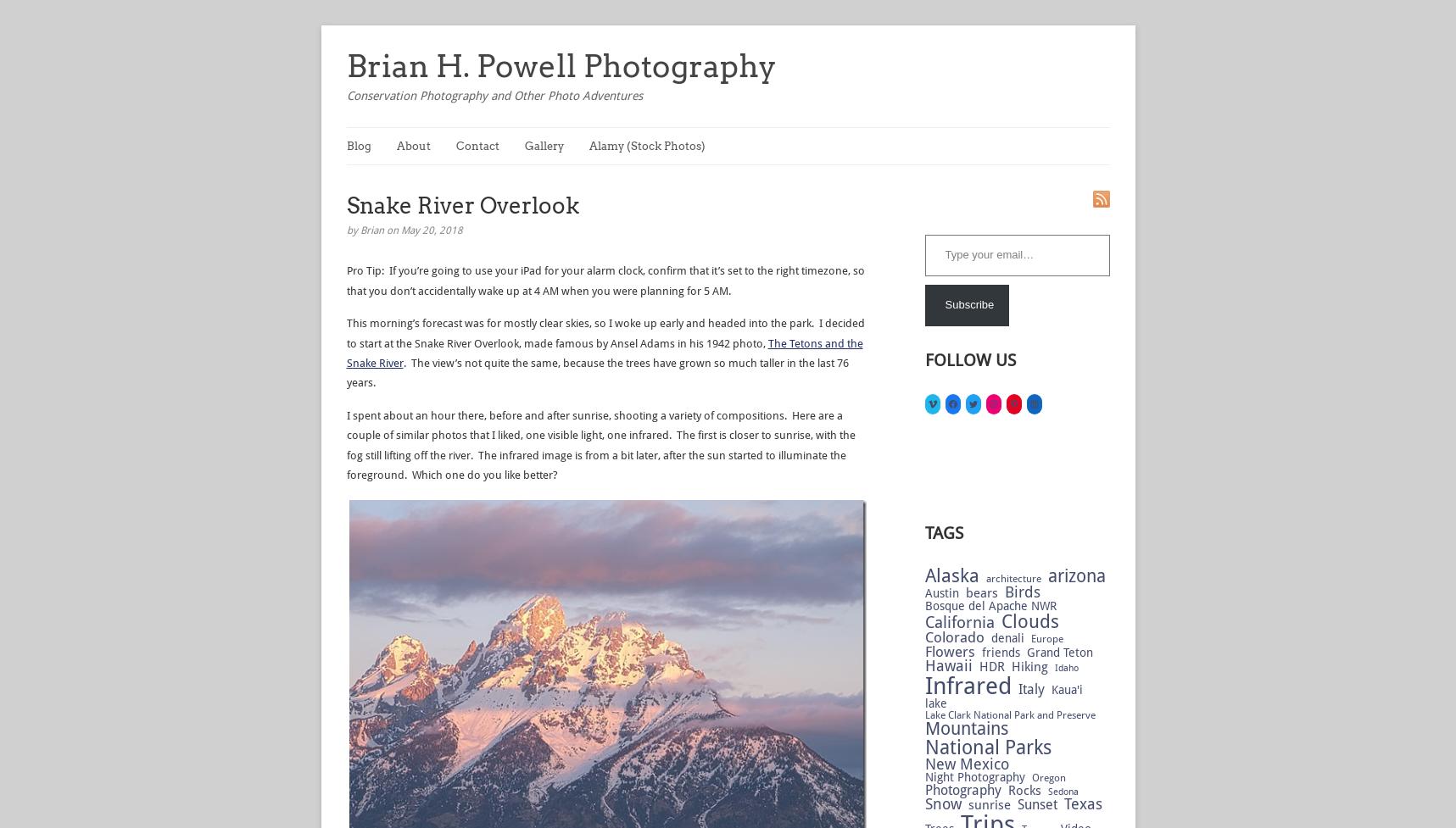 This screenshot has width=1456, height=828. What do you see at coordinates (600, 443) in the screenshot?
I see `'I spent about an hour there, before and after sunrise, shooting a variety of compositions.  Here are a couple of similar photos that I liked, one visible light, one infrared.  The first is closer to sunrise, with the fog still lifting off the river.  The infrared image is from a bit later, after the sun started to illuminate the foreground.  Which one do you like better?'` at bounding box center [600, 443].